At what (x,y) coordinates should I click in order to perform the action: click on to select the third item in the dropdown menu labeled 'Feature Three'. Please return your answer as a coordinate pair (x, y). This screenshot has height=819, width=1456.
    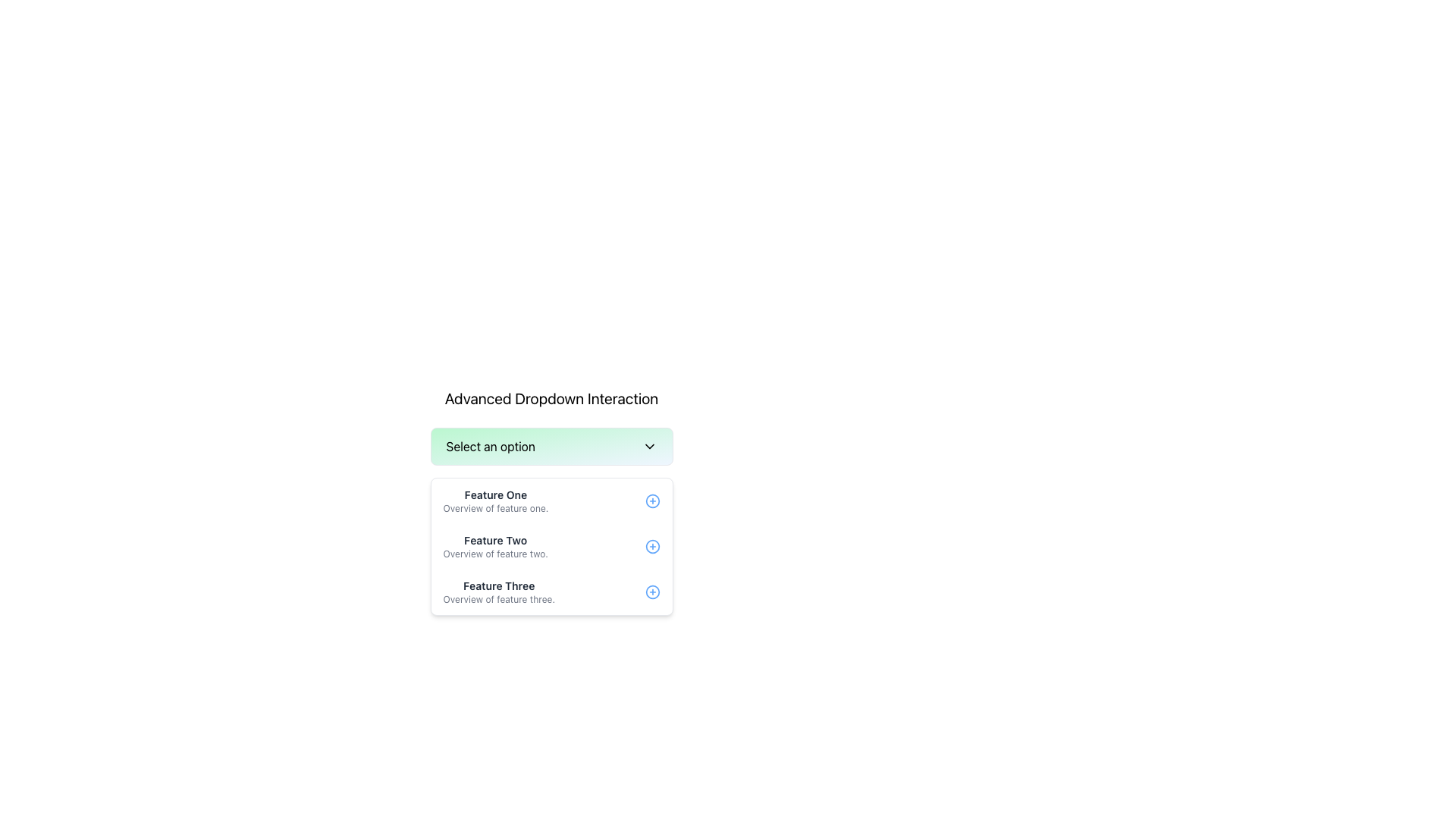
    Looking at the image, I should click on (551, 591).